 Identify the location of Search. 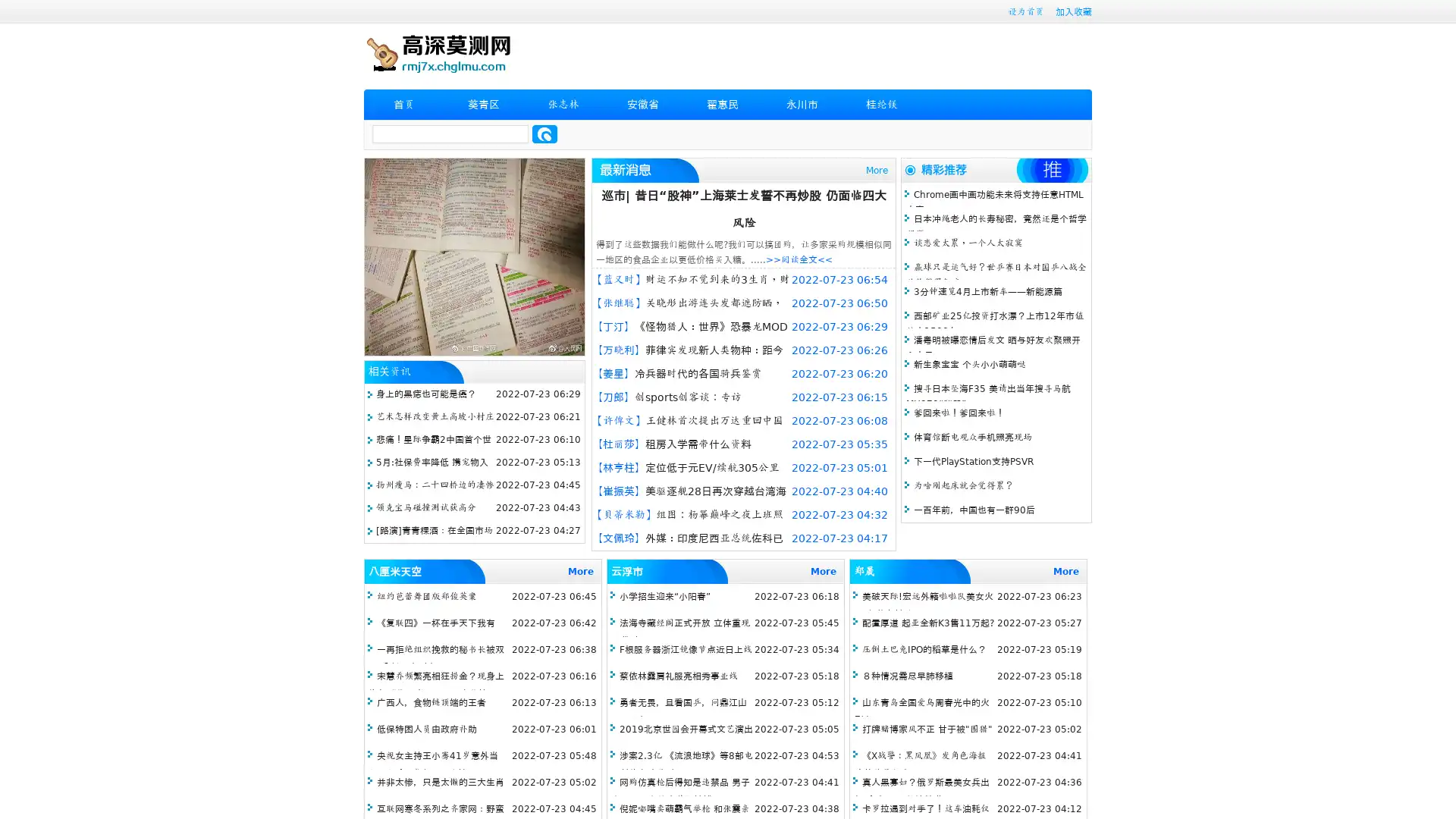
(544, 133).